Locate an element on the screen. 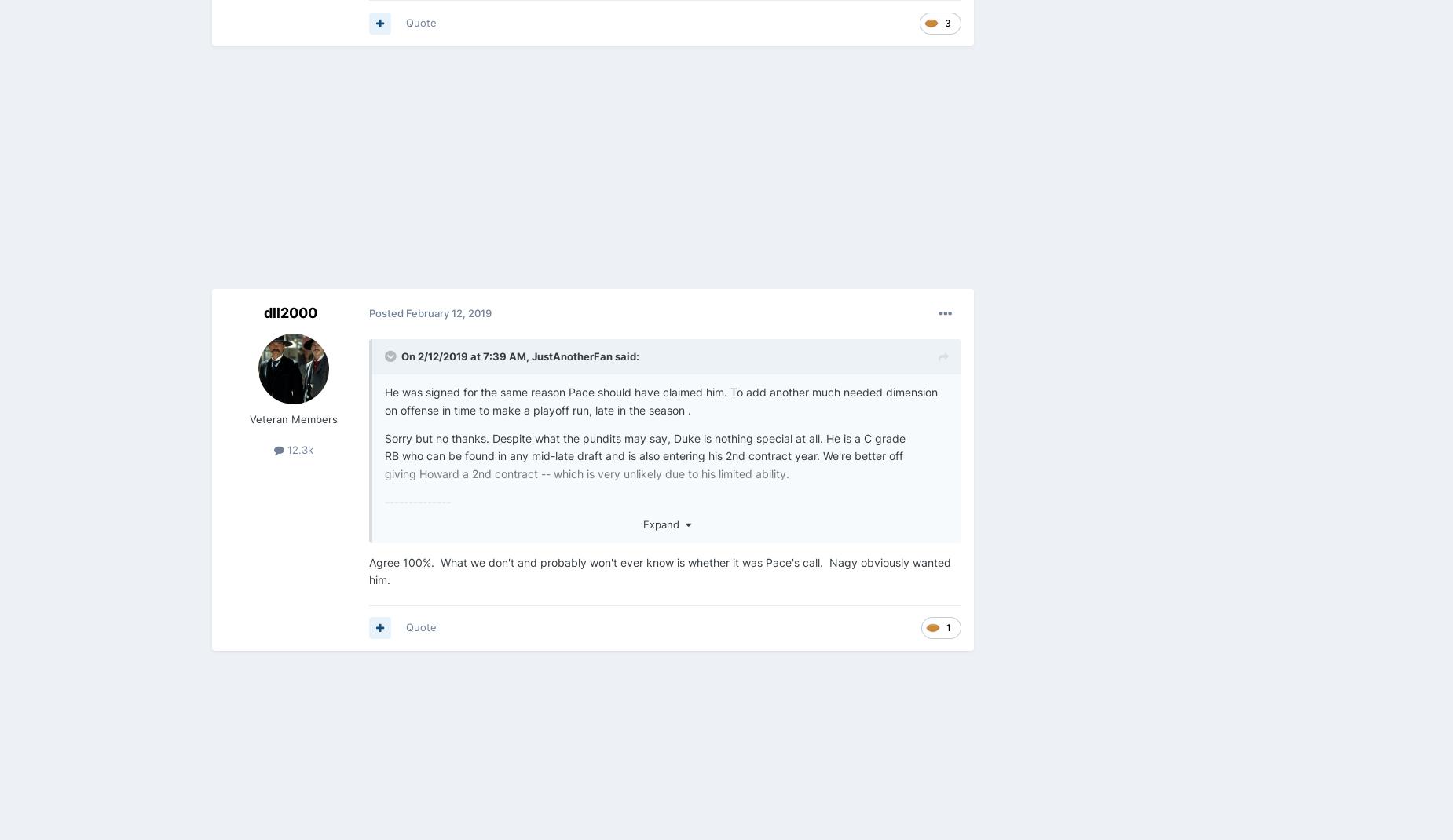  '--Goal line back: Hunt/Howard' is located at coordinates (463, 820).